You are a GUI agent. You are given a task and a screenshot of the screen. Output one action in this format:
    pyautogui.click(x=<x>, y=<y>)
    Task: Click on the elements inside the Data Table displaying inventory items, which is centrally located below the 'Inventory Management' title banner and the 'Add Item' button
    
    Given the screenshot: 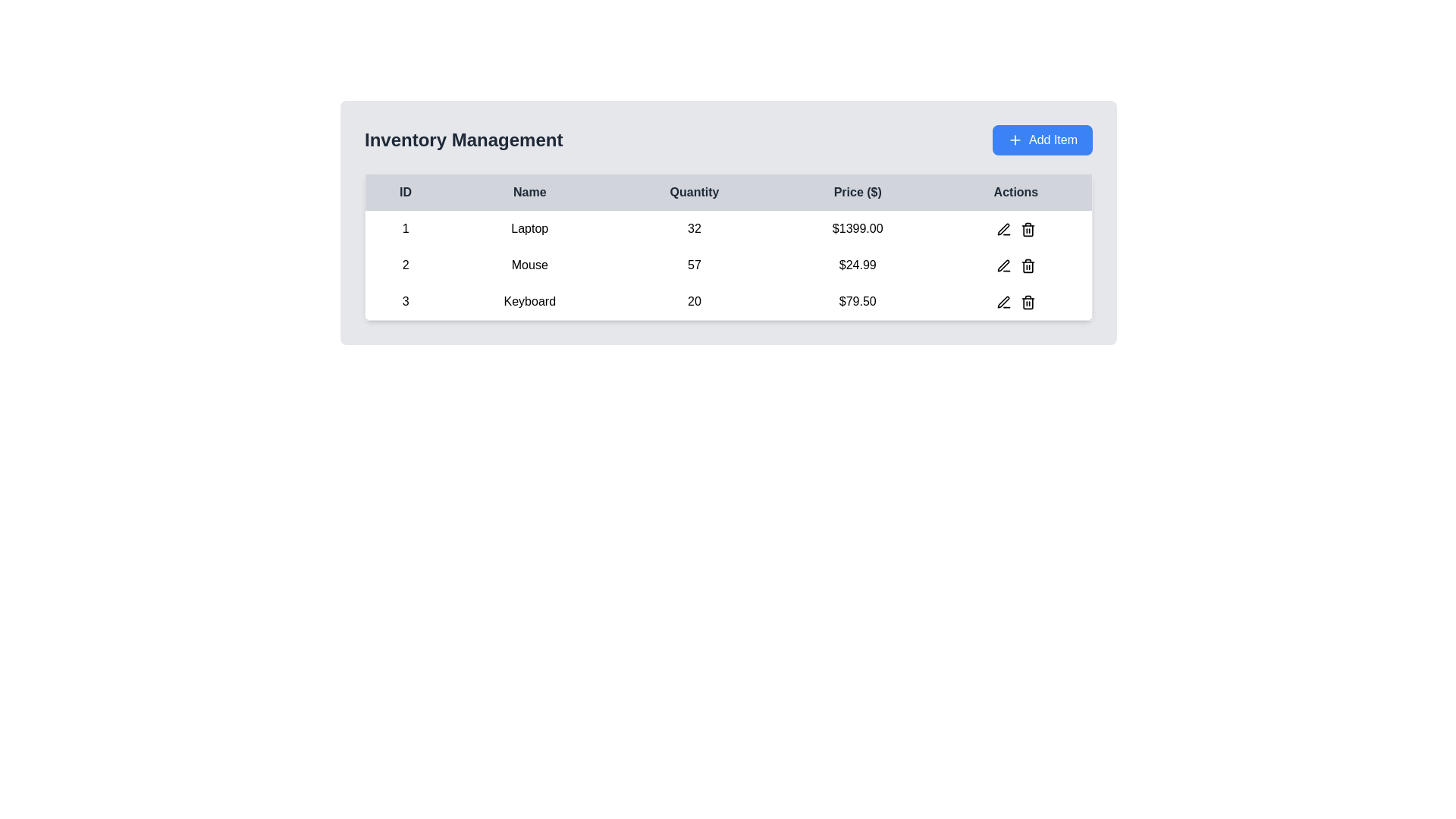 What is the action you would take?
    pyautogui.click(x=728, y=246)
    